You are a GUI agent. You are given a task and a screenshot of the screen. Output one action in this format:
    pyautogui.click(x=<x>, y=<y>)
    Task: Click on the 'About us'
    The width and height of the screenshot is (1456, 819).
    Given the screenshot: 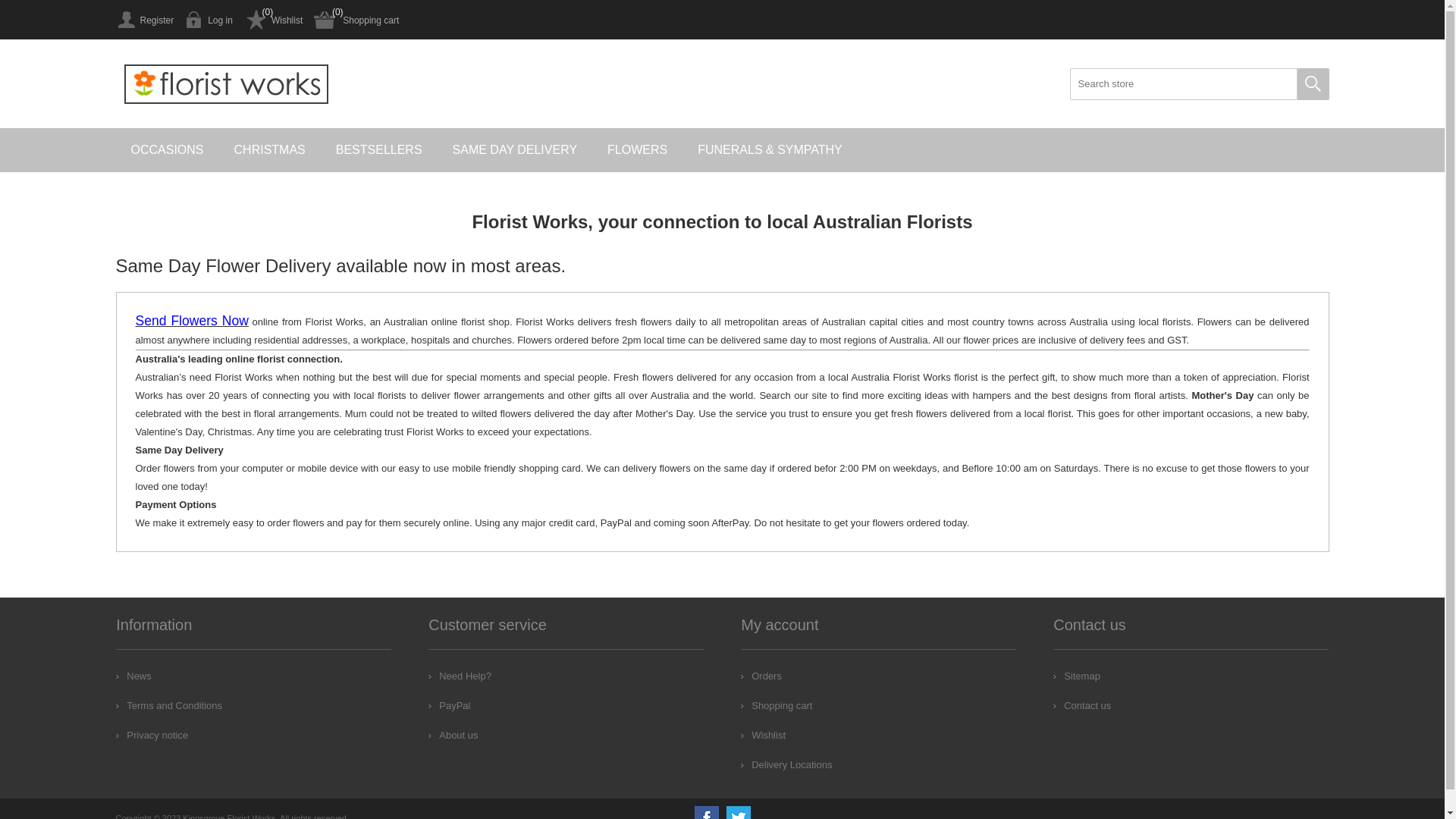 What is the action you would take?
    pyautogui.click(x=452, y=734)
    